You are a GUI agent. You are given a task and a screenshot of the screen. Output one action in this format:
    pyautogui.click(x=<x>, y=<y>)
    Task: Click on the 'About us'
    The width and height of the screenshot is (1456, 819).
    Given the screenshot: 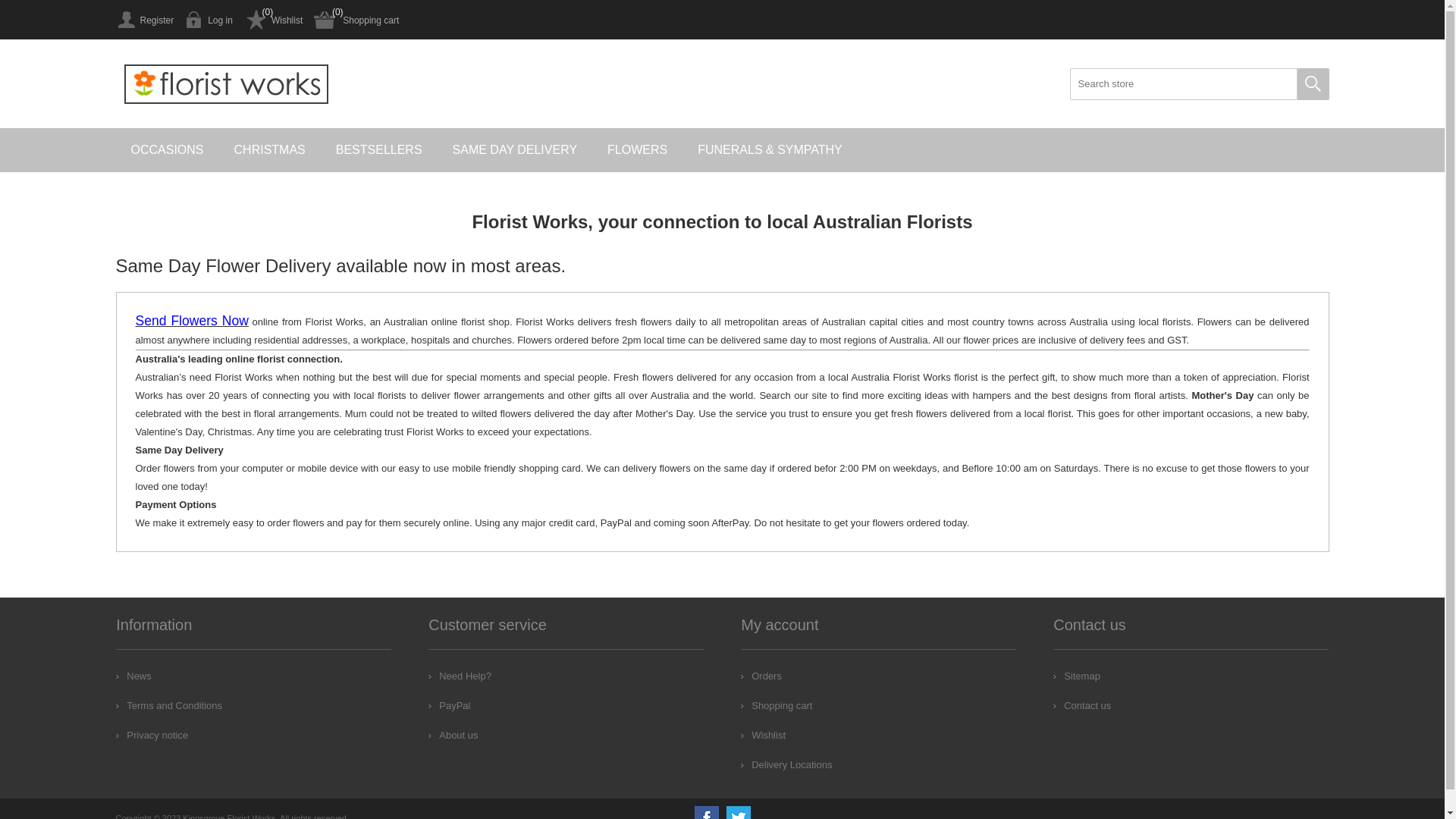 What is the action you would take?
    pyautogui.click(x=452, y=734)
    